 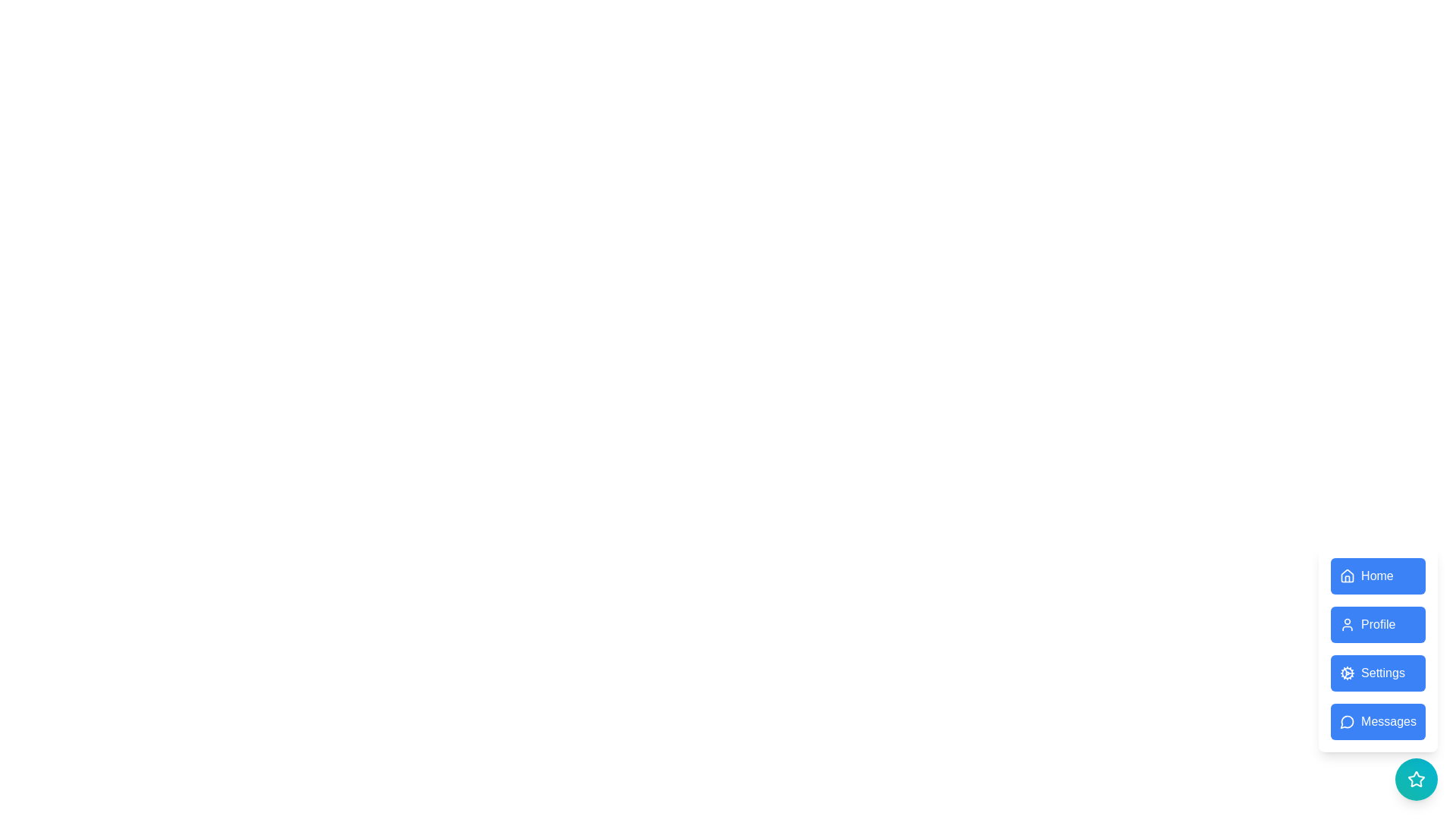 I want to click on the chat bubble icon located next to the 'Messages' text within the button that has a blue background and rounded corners, so click(x=1348, y=721).